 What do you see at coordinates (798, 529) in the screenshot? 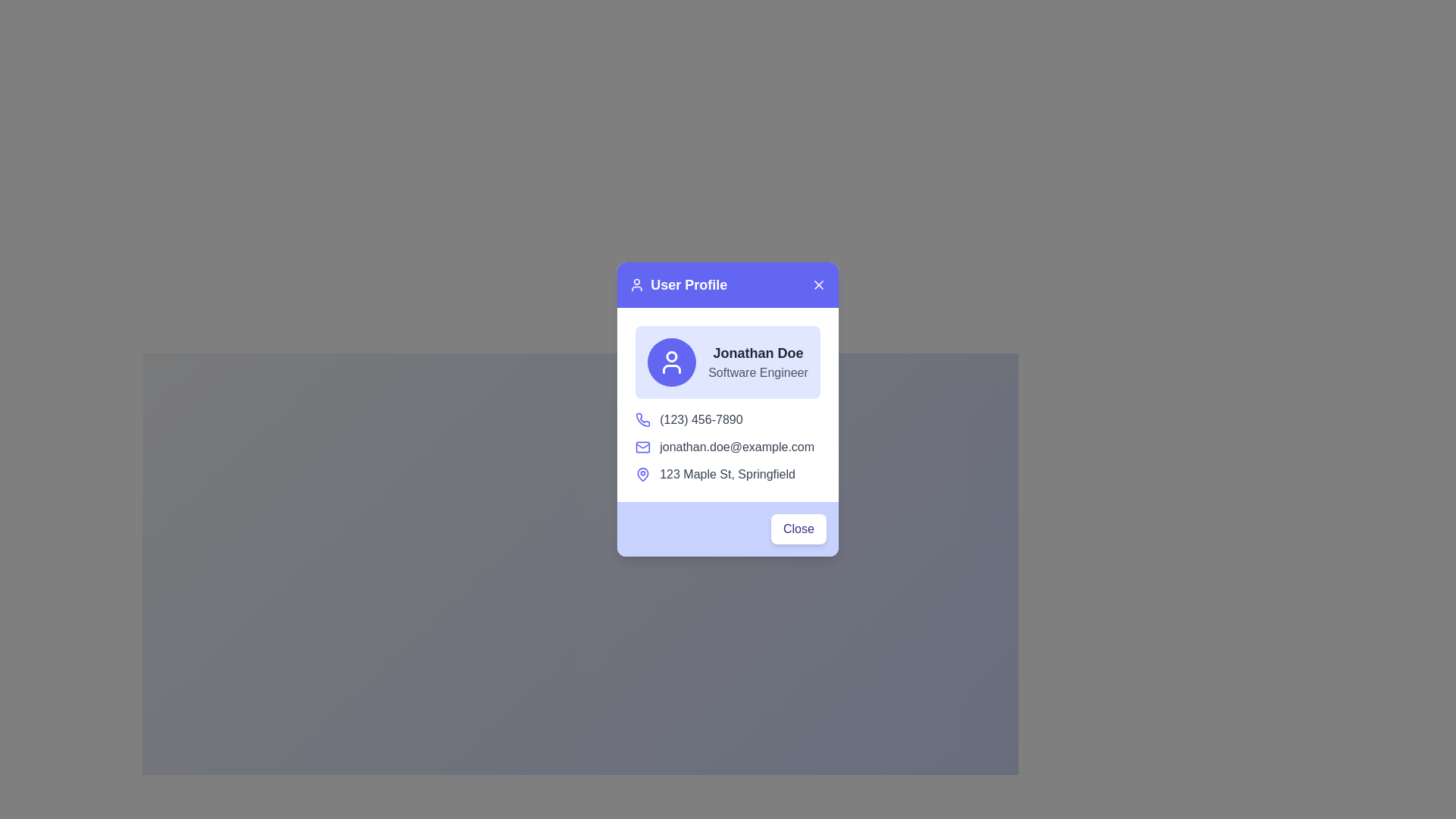
I see `the 'Close' button, which is a small rectangular button with rounded corners and indigo-blue text, located at the bottom-right corner of the dialog box` at bounding box center [798, 529].